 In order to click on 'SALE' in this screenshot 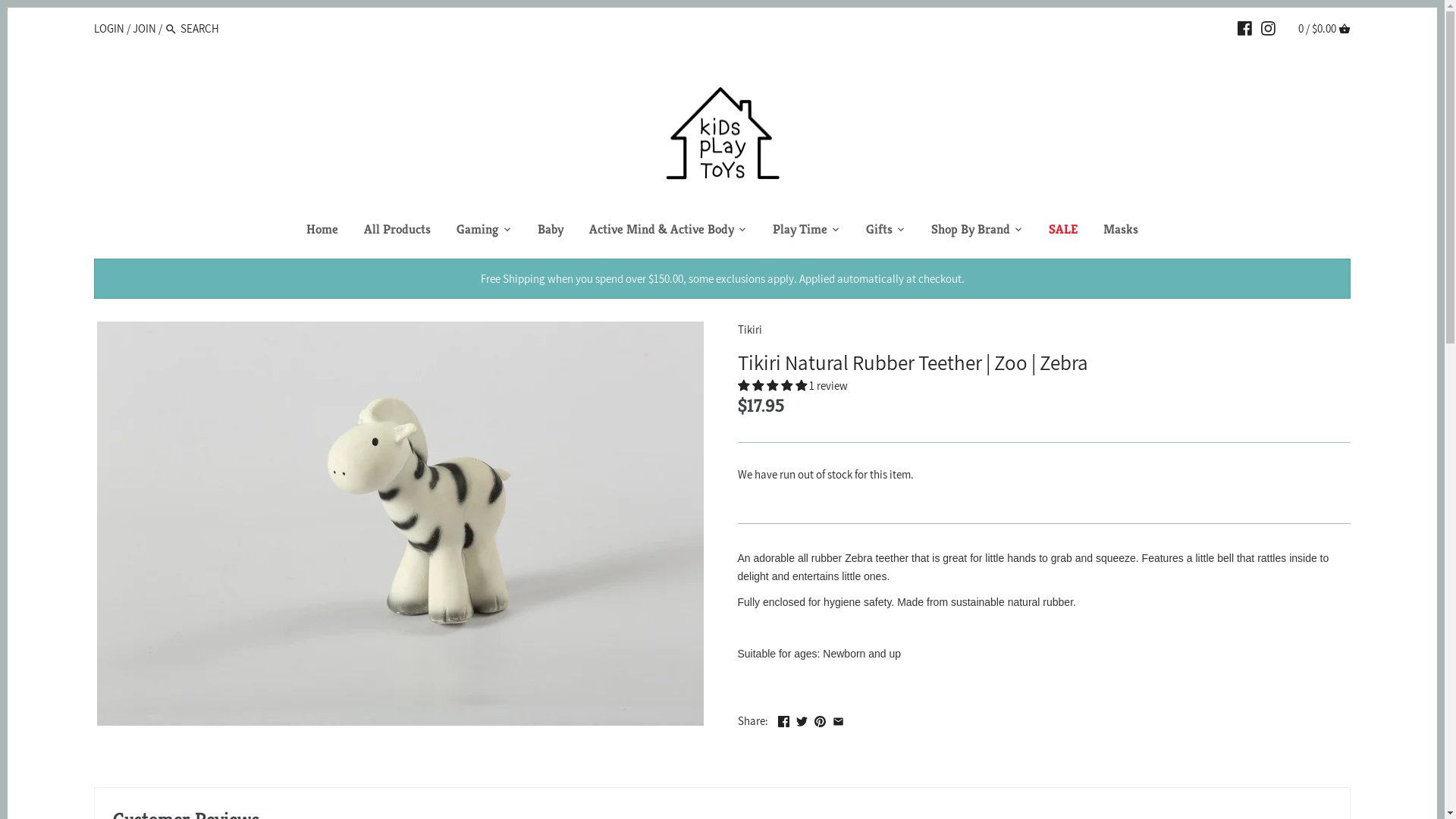, I will do `click(1062, 231)`.